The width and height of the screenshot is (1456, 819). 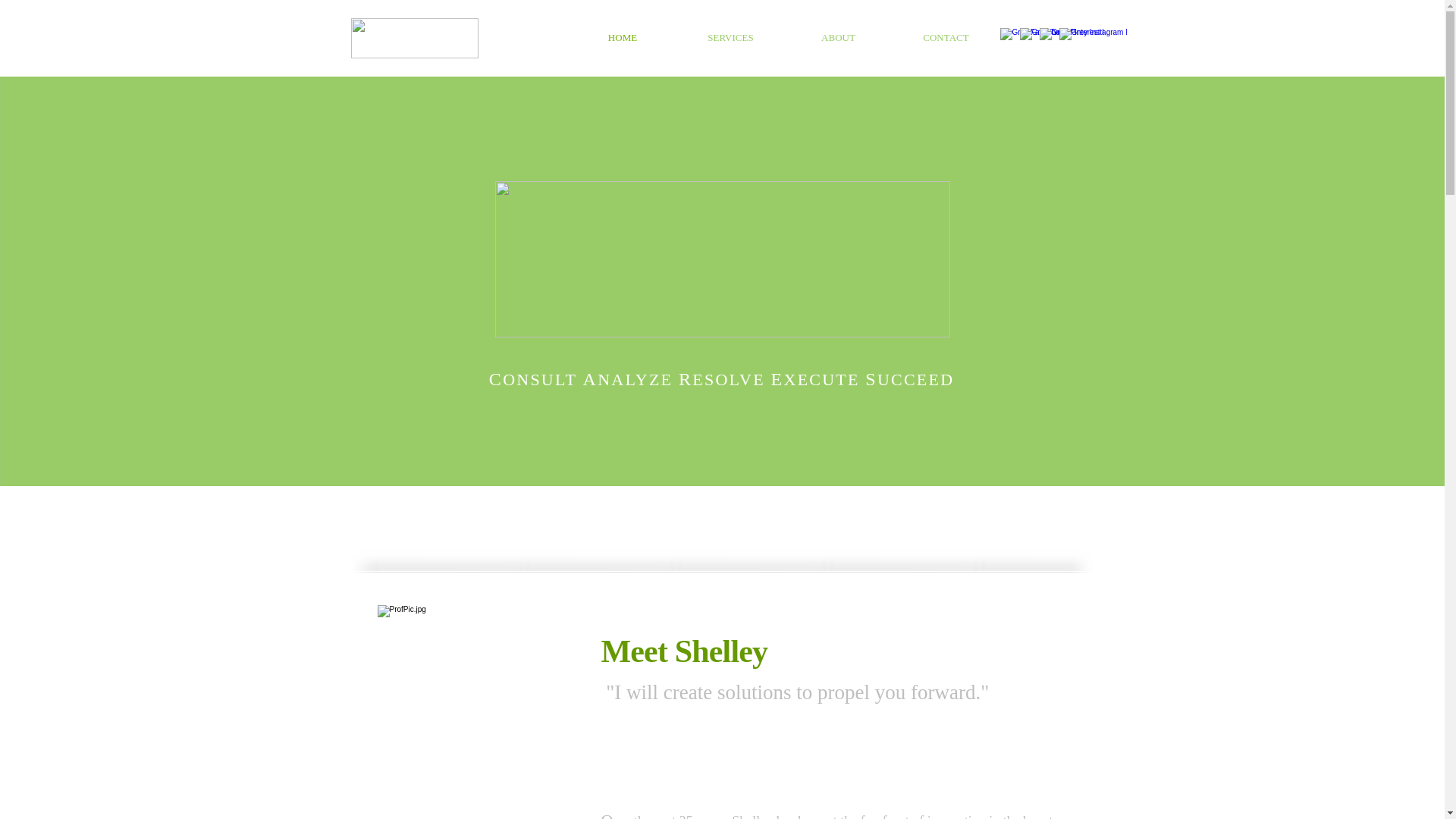 I want to click on 'SERVICES', so click(x=730, y=37).